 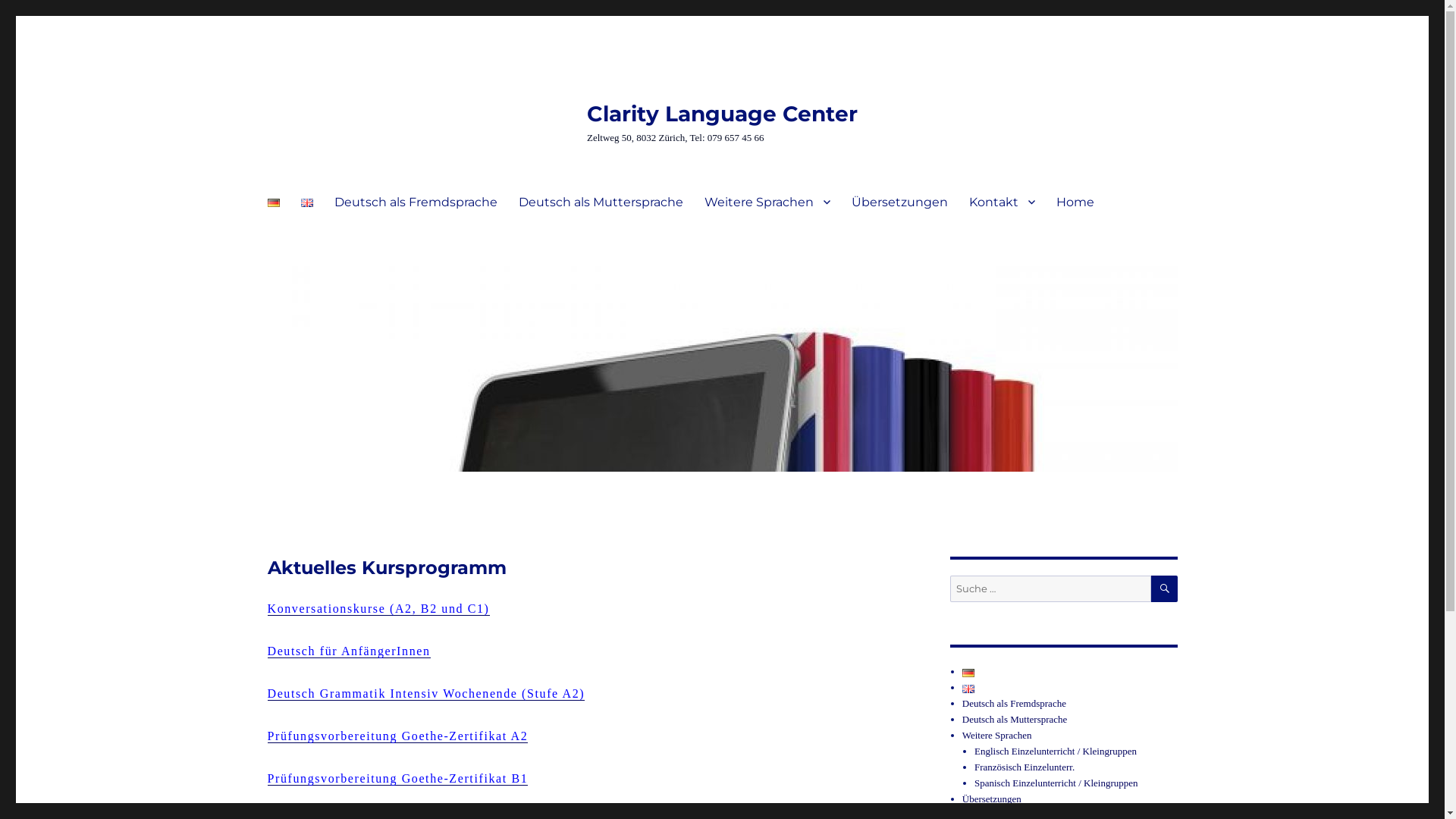 I want to click on 'English', so click(x=305, y=202).